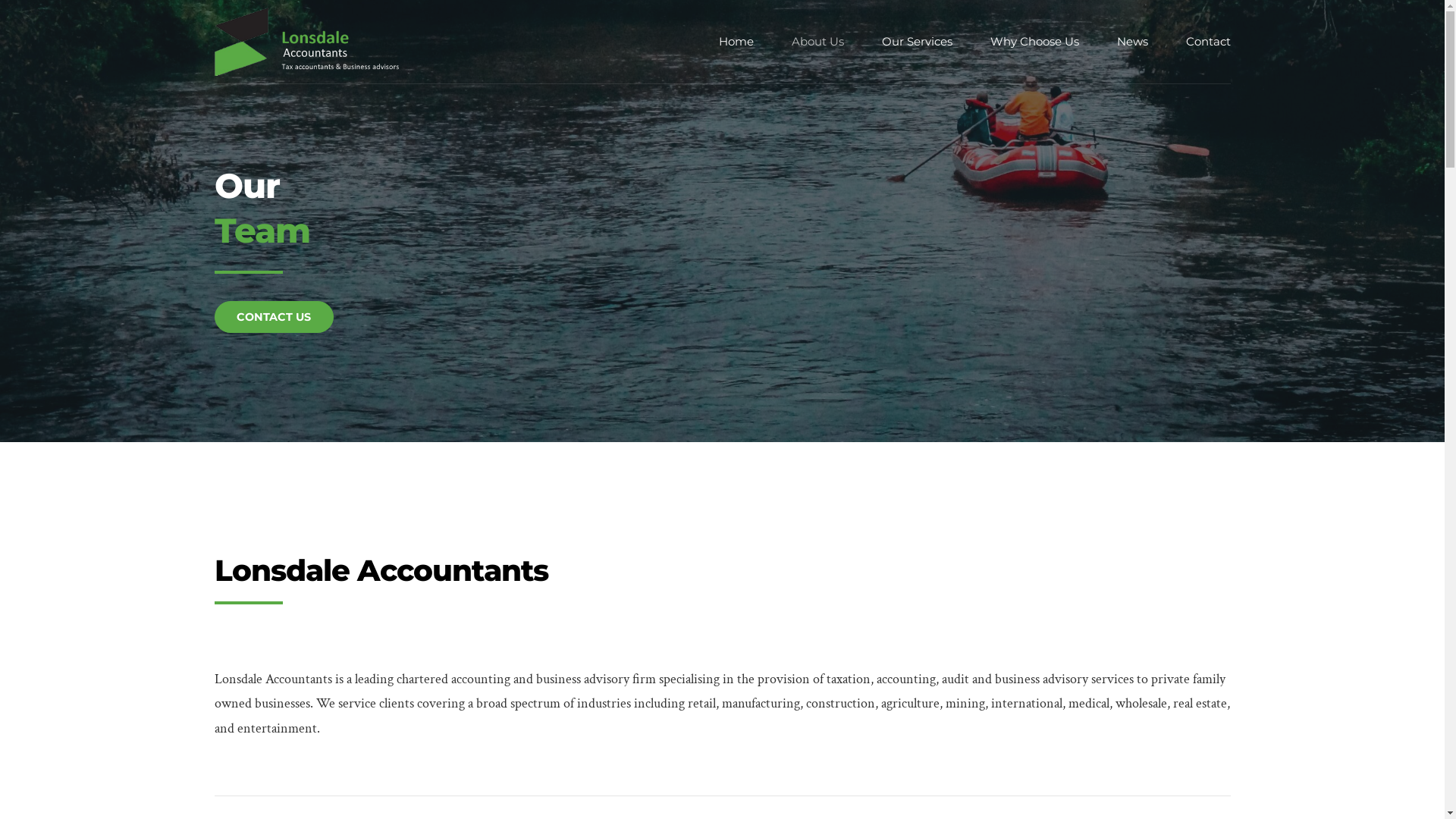 Image resolution: width=1456 pixels, height=819 pixels. Describe the element at coordinates (1185, 40) in the screenshot. I see `'Contact'` at that location.